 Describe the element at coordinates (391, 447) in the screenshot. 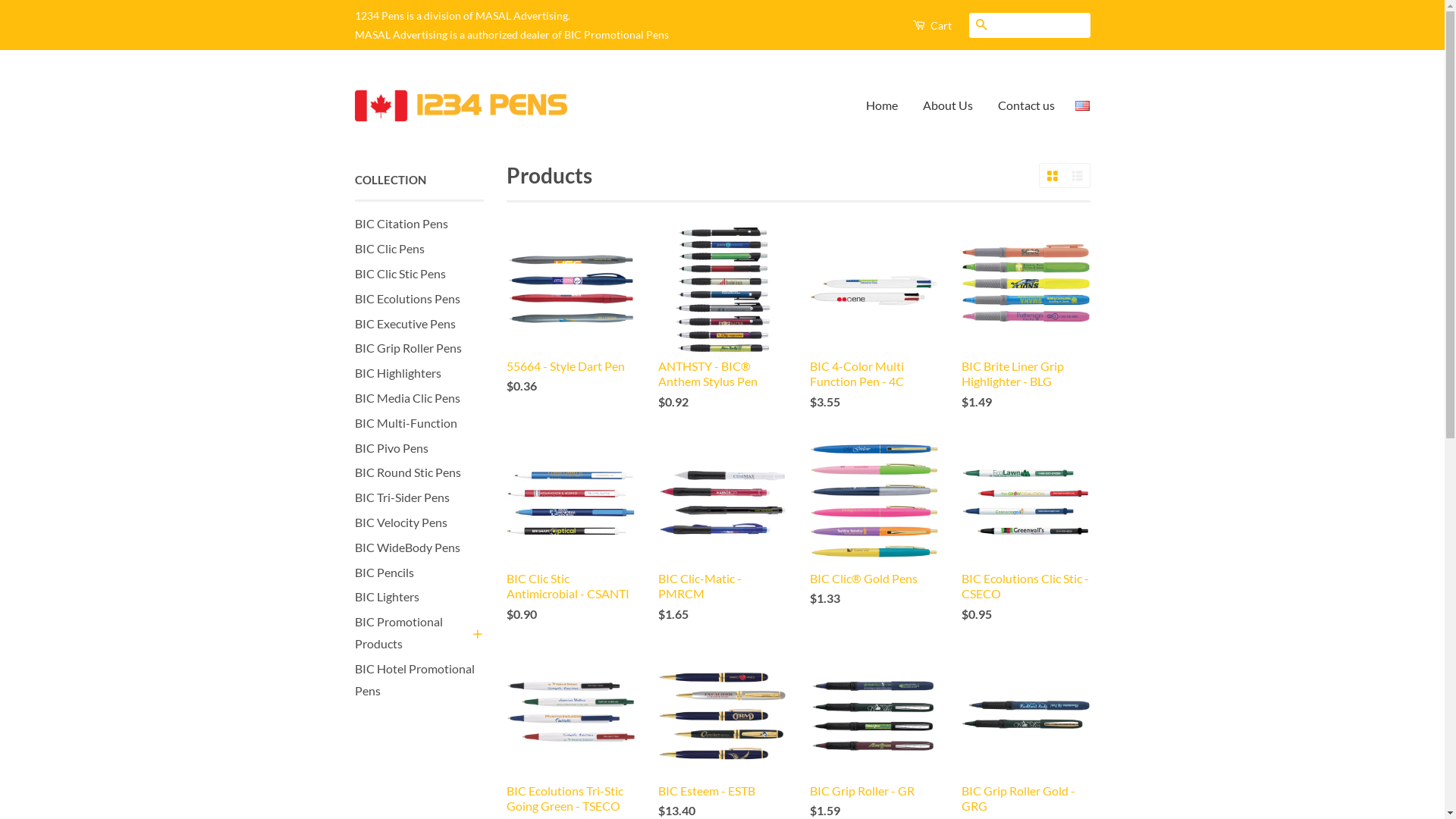

I see `'BIC Pivo Pens'` at that location.